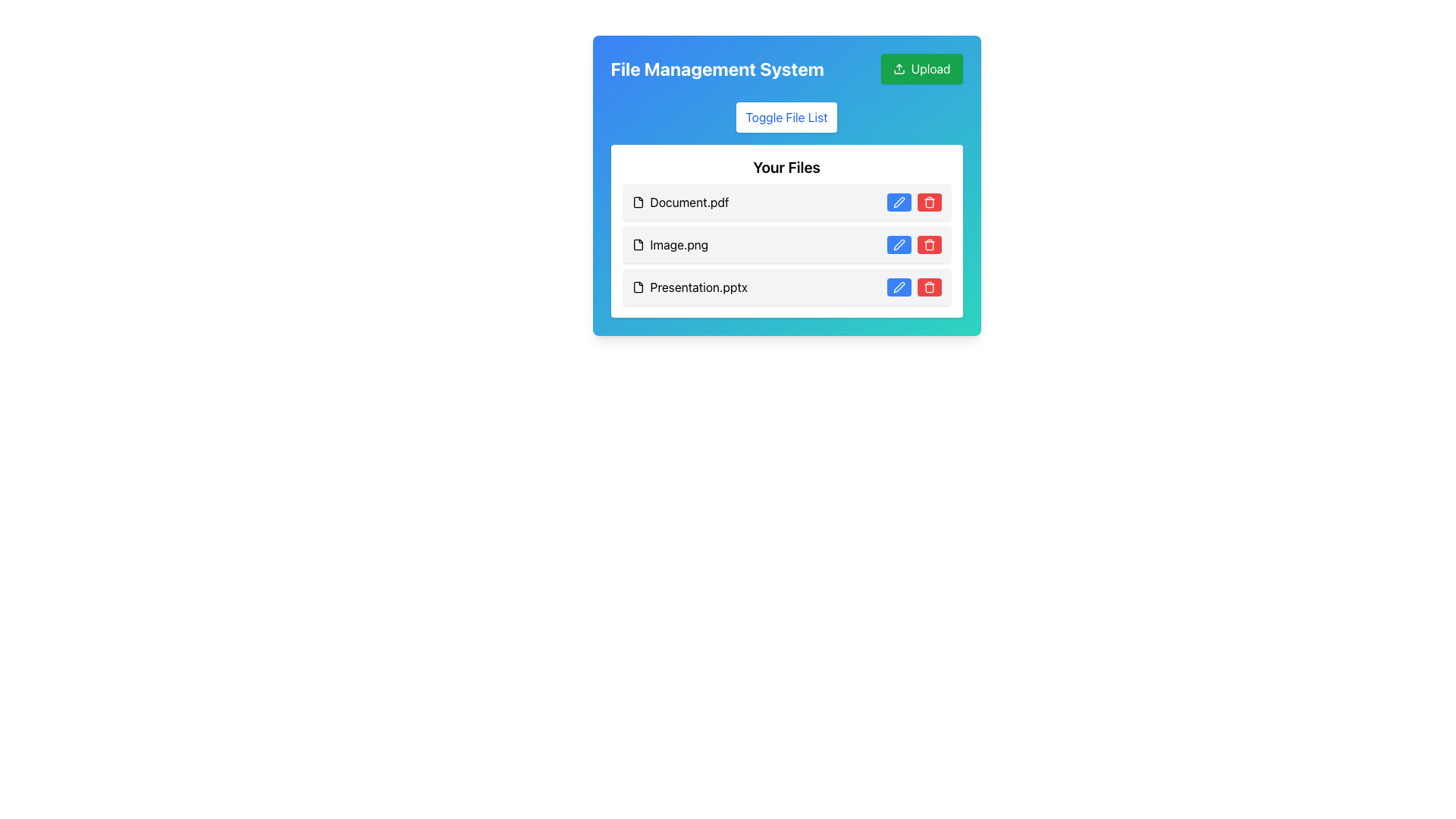  I want to click on the upload button which features an upload icon with an up arrow and 'Upload' text, located in the top-right corner of the interface, so click(899, 69).